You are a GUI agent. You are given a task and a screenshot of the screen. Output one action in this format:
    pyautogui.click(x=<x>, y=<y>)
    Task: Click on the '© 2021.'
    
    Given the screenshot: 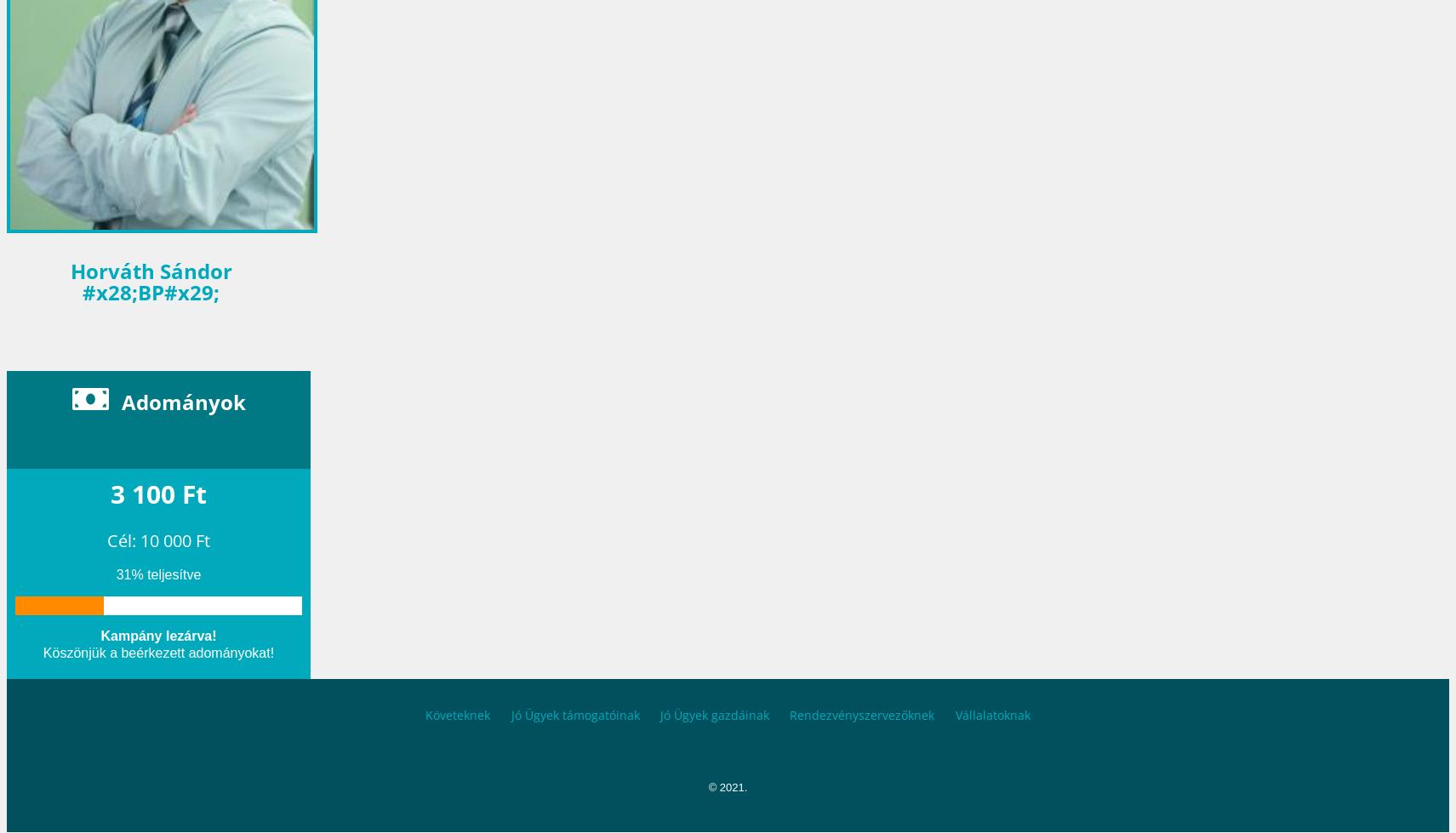 What is the action you would take?
    pyautogui.click(x=726, y=785)
    